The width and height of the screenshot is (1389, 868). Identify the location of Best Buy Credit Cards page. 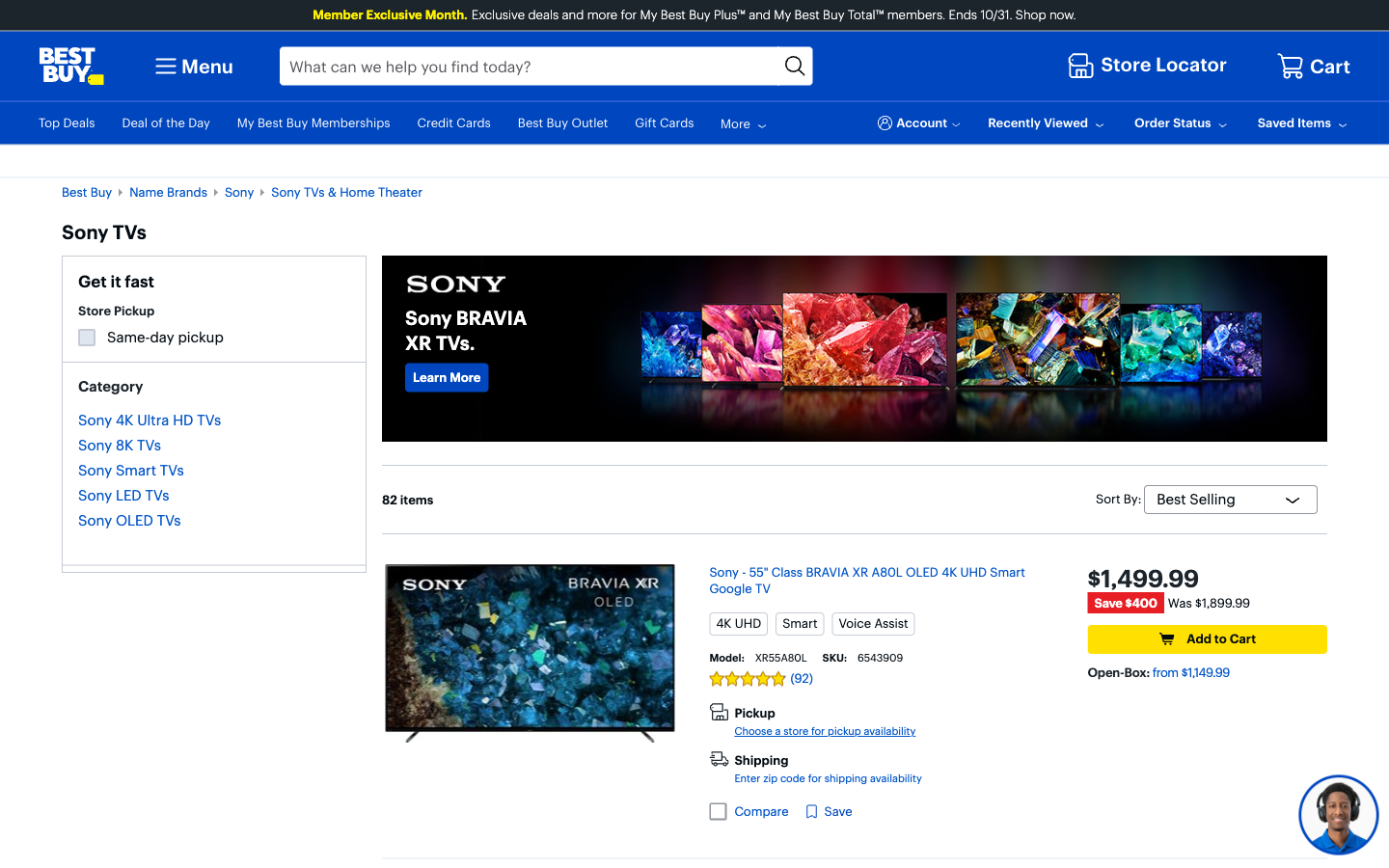
(447, 376).